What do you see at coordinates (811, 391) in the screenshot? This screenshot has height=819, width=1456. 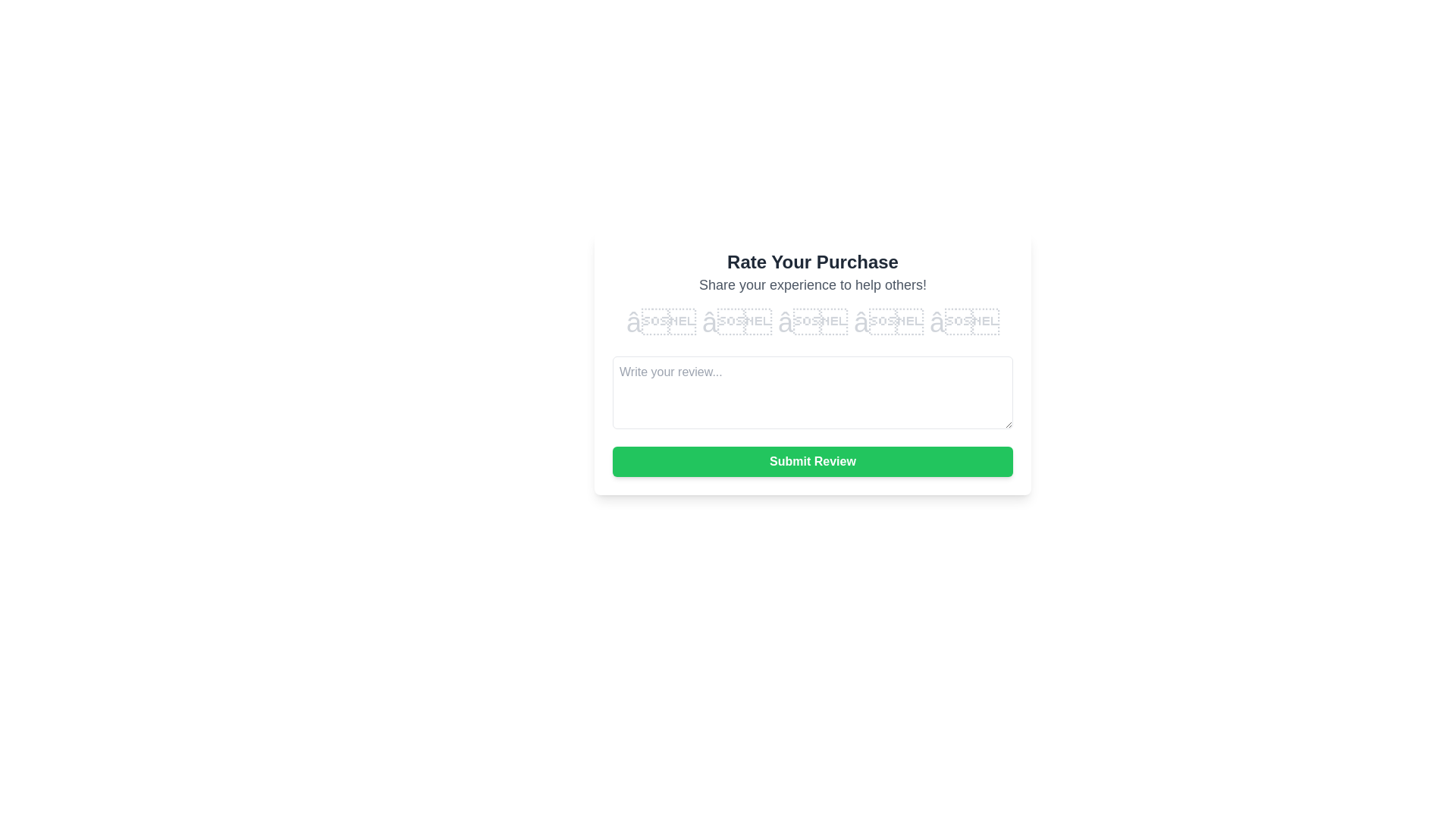 I see `the text box to activate it for typing a review` at bounding box center [811, 391].